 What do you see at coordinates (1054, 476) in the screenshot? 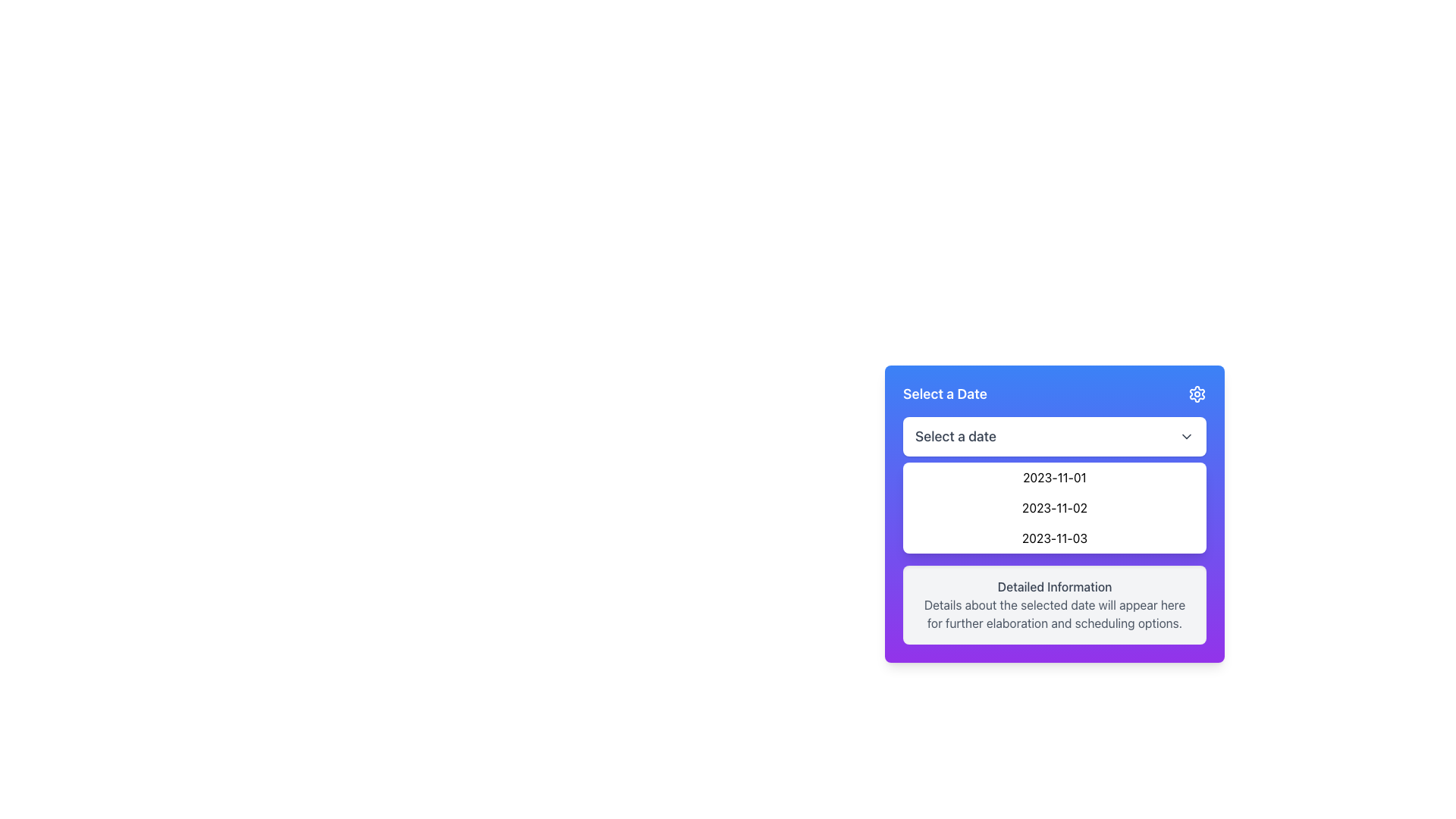
I see `the clickable list item displaying '2023-11-01' to trigger a visual change in the background color` at bounding box center [1054, 476].